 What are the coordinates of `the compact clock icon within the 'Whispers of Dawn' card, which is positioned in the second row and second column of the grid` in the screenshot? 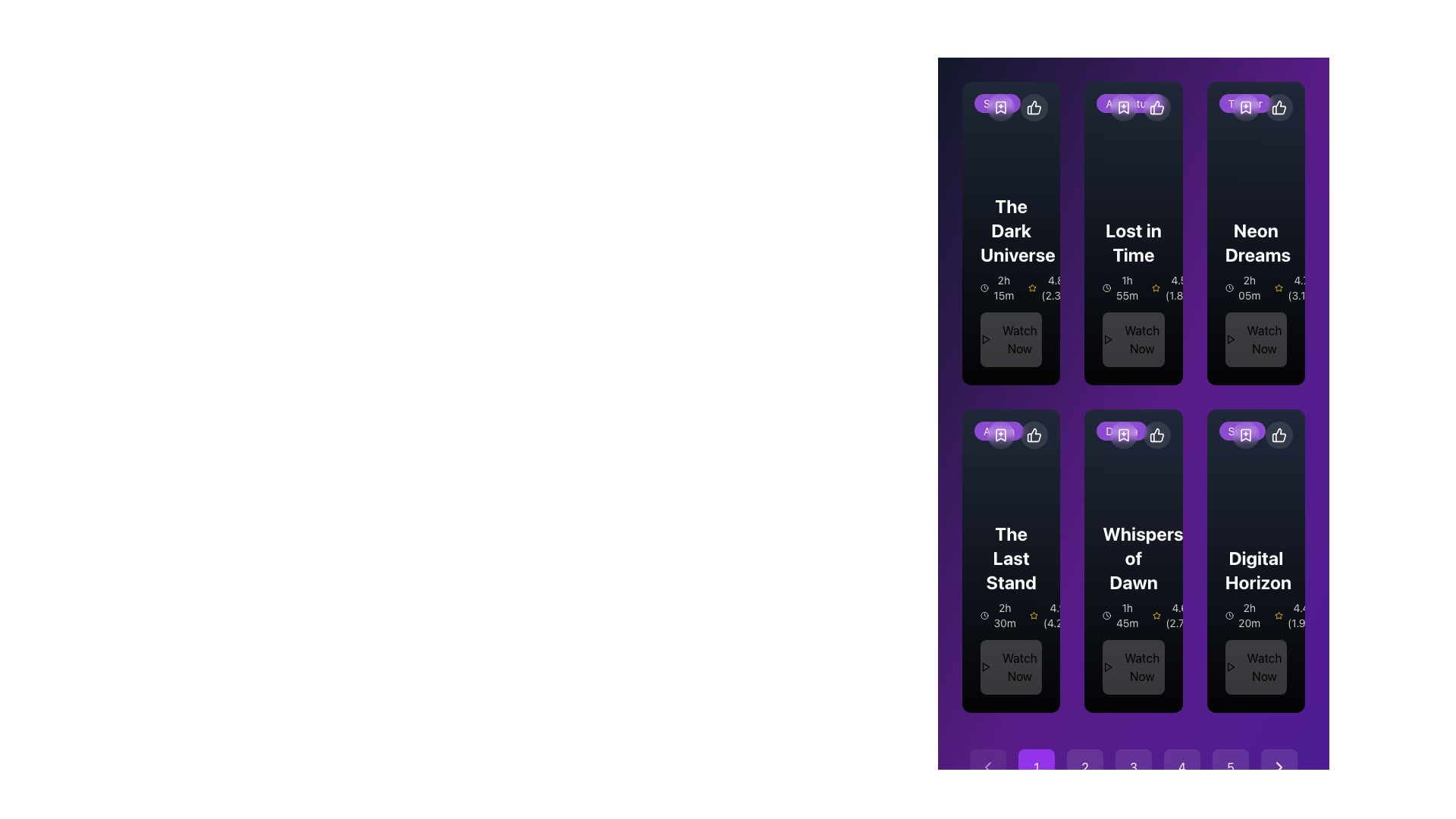 It's located at (1106, 616).